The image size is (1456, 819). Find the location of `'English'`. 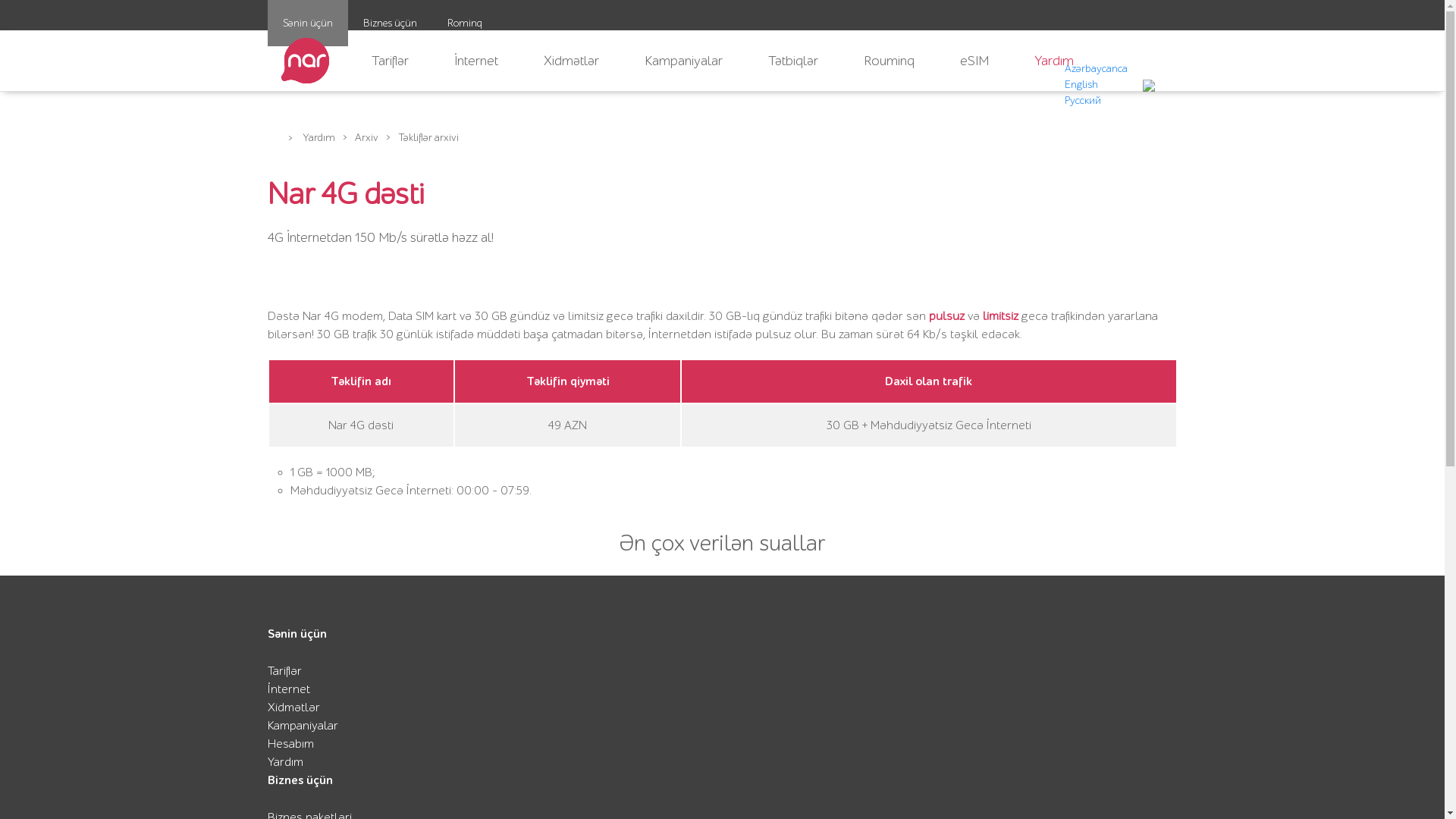

'English' is located at coordinates (1080, 84).